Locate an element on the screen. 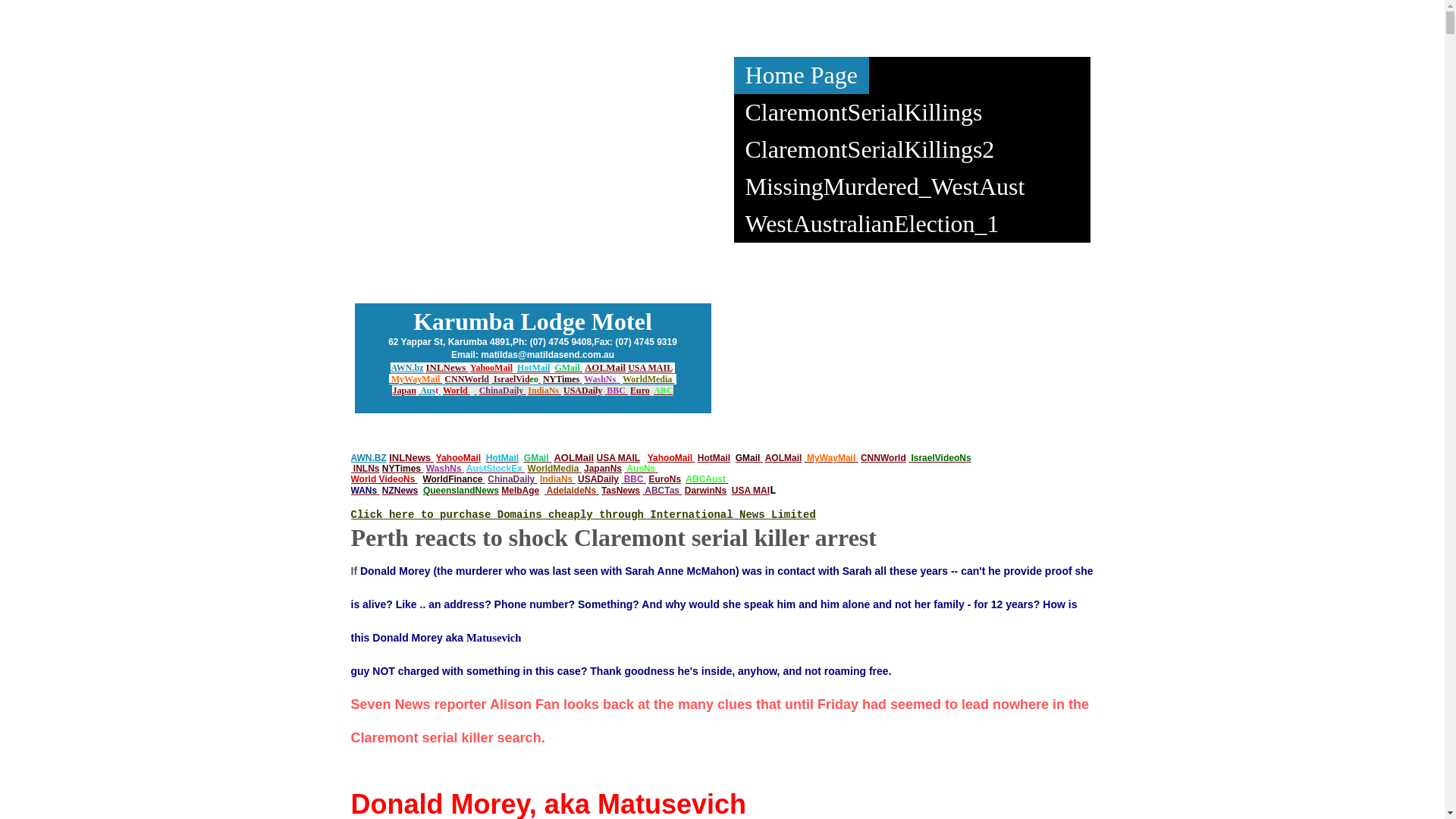 Image resolution: width=1456 pixels, height=819 pixels. 'INLNs' is located at coordinates (366, 467).